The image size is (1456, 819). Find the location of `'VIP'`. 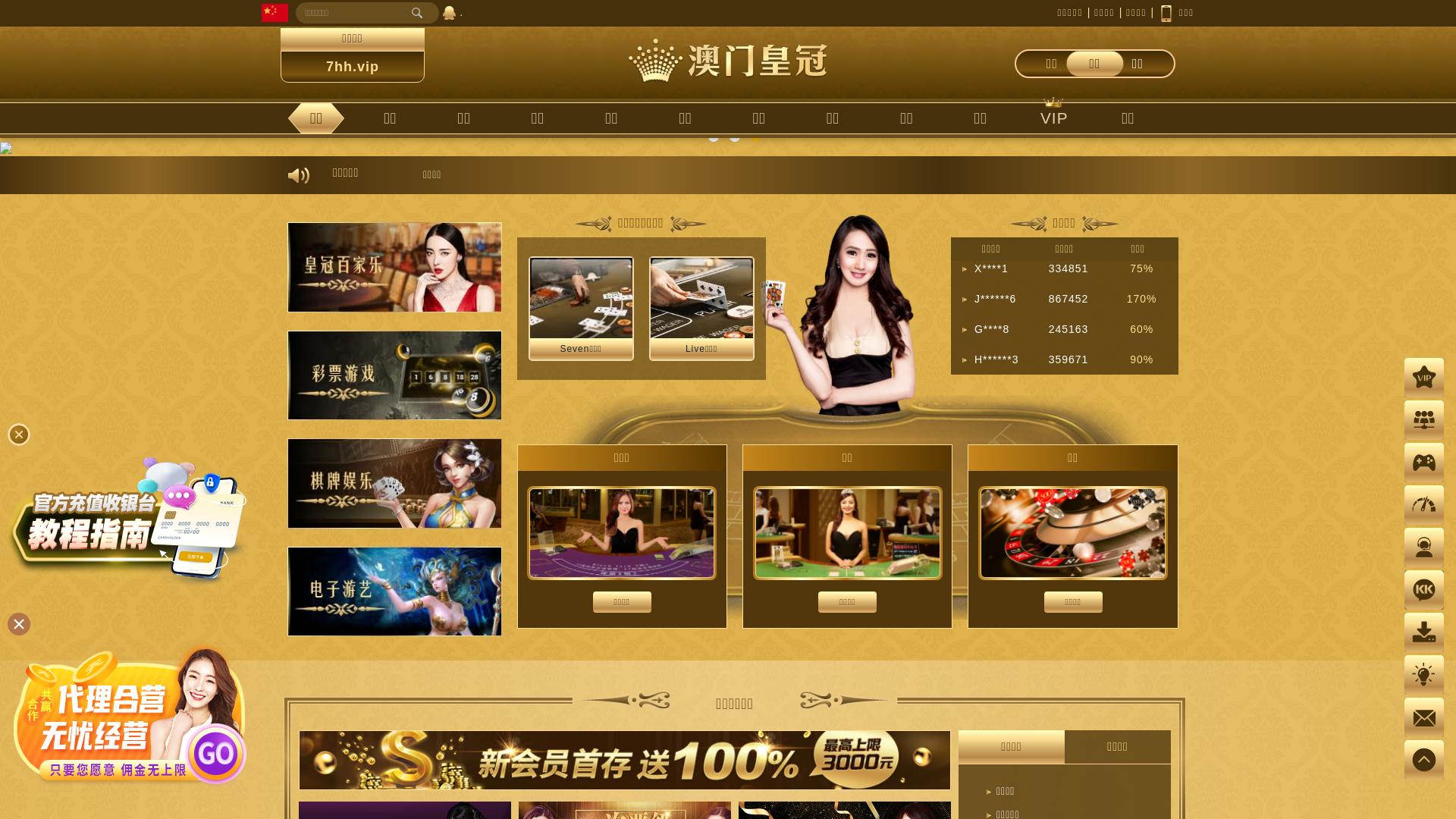

'VIP' is located at coordinates (1053, 117).